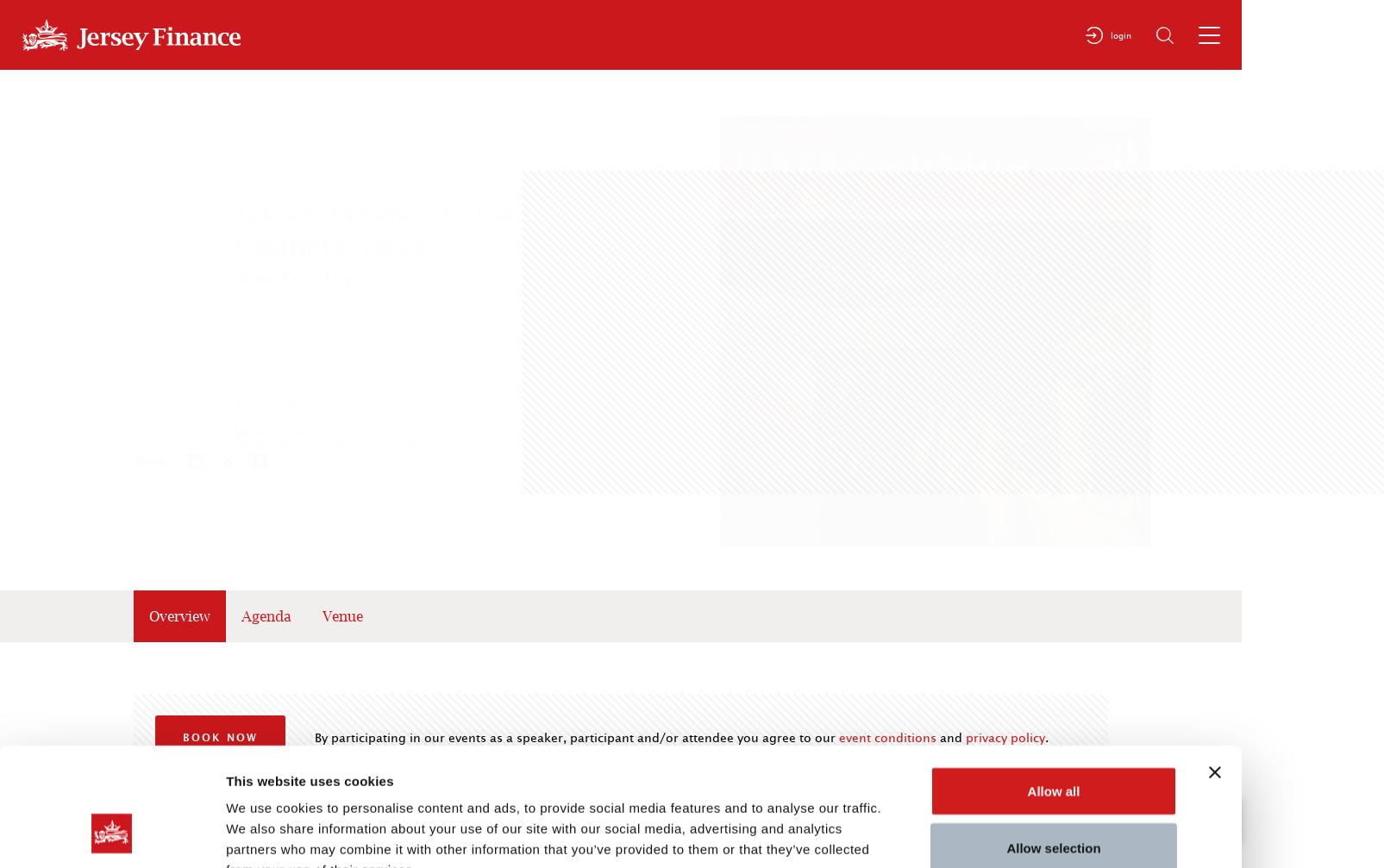  Describe the element at coordinates (178, 615) in the screenshot. I see `'Overview'` at that location.